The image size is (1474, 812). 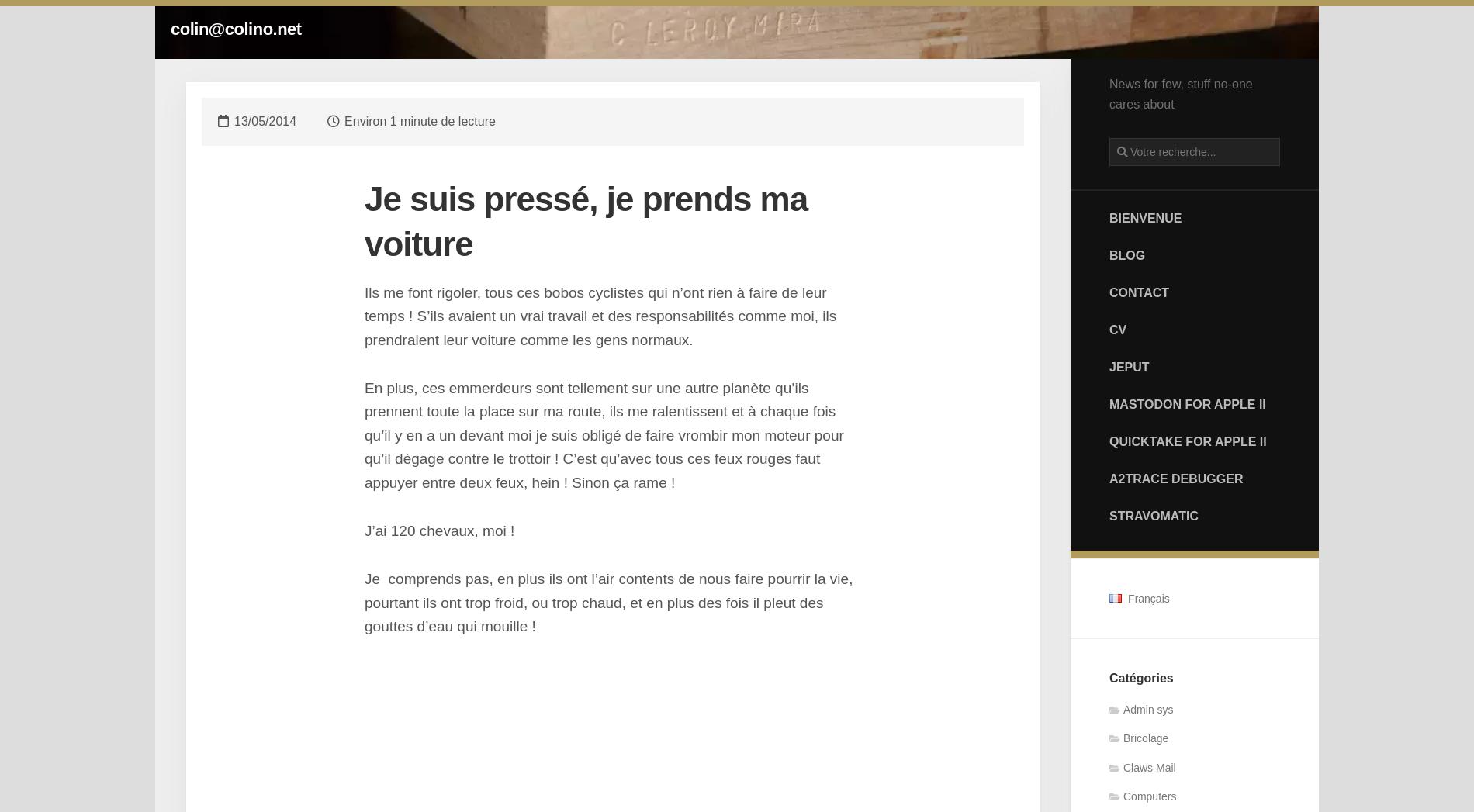 What do you see at coordinates (265, 121) in the screenshot?
I see `'13/05/2014'` at bounding box center [265, 121].